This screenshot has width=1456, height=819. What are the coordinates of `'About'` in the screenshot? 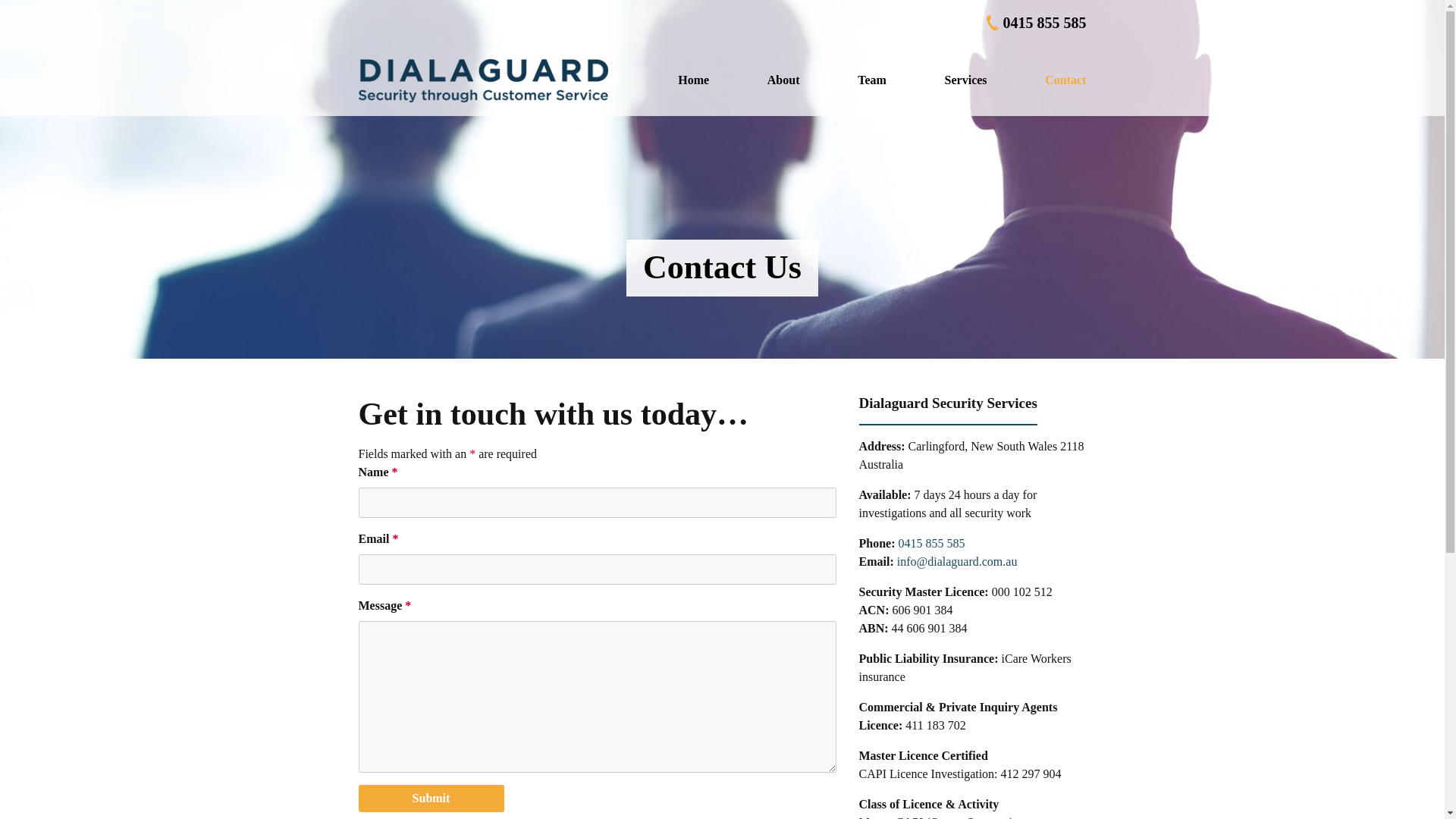 It's located at (783, 80).